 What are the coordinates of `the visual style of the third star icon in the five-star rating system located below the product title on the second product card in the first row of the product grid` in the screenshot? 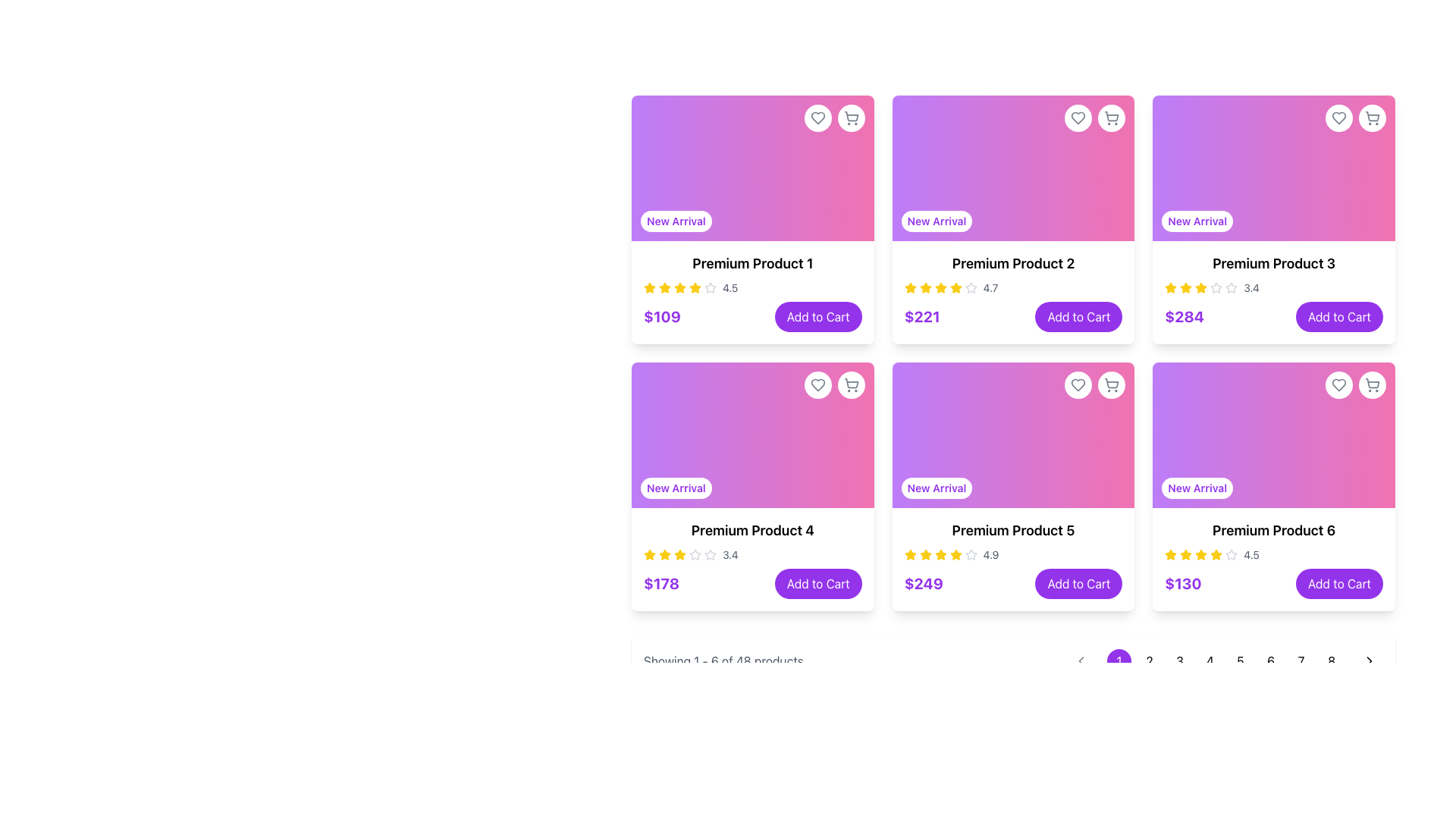 It's located at (940, 287).